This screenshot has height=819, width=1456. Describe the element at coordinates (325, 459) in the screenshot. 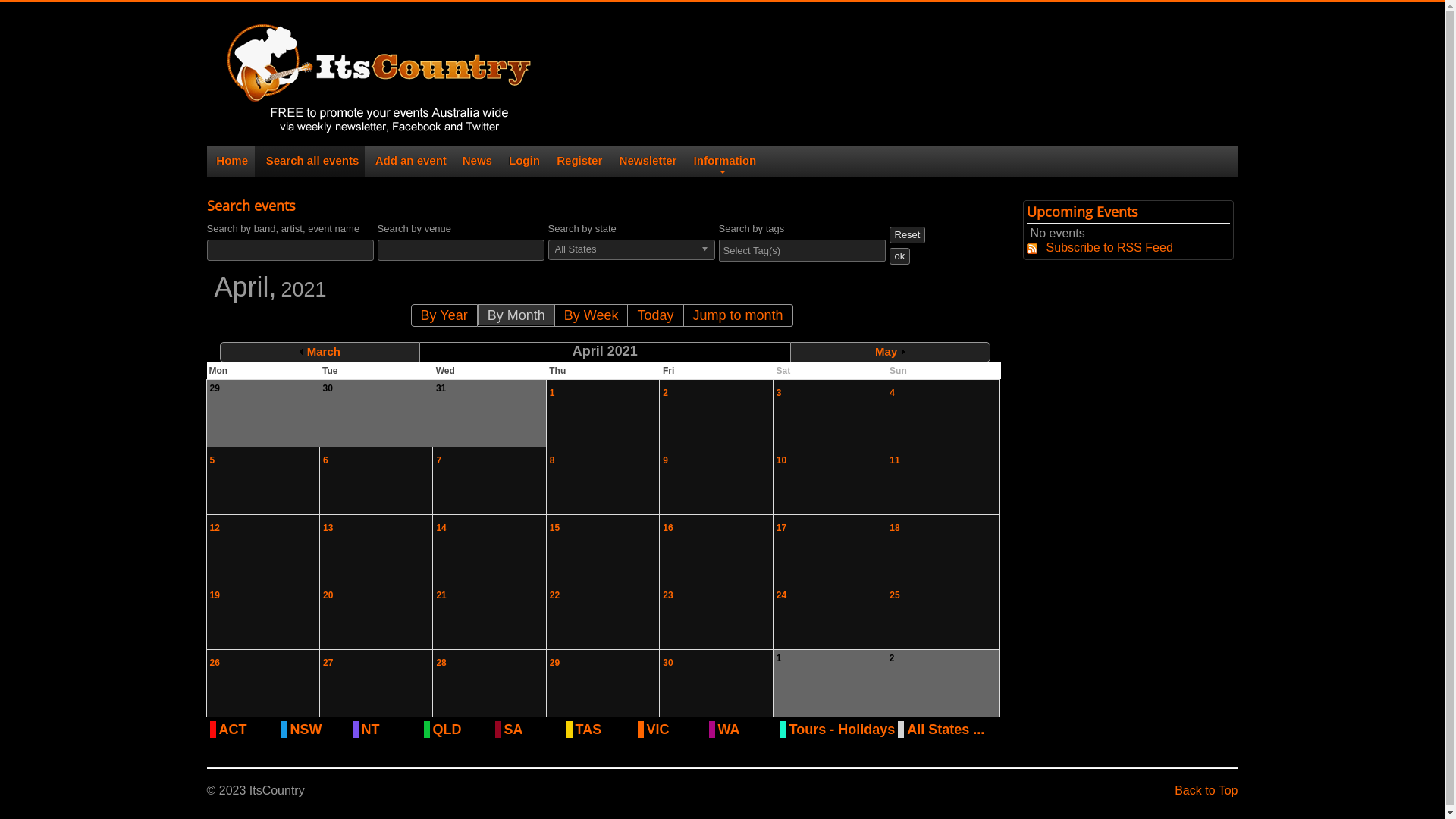

I see `'6'` at that location.